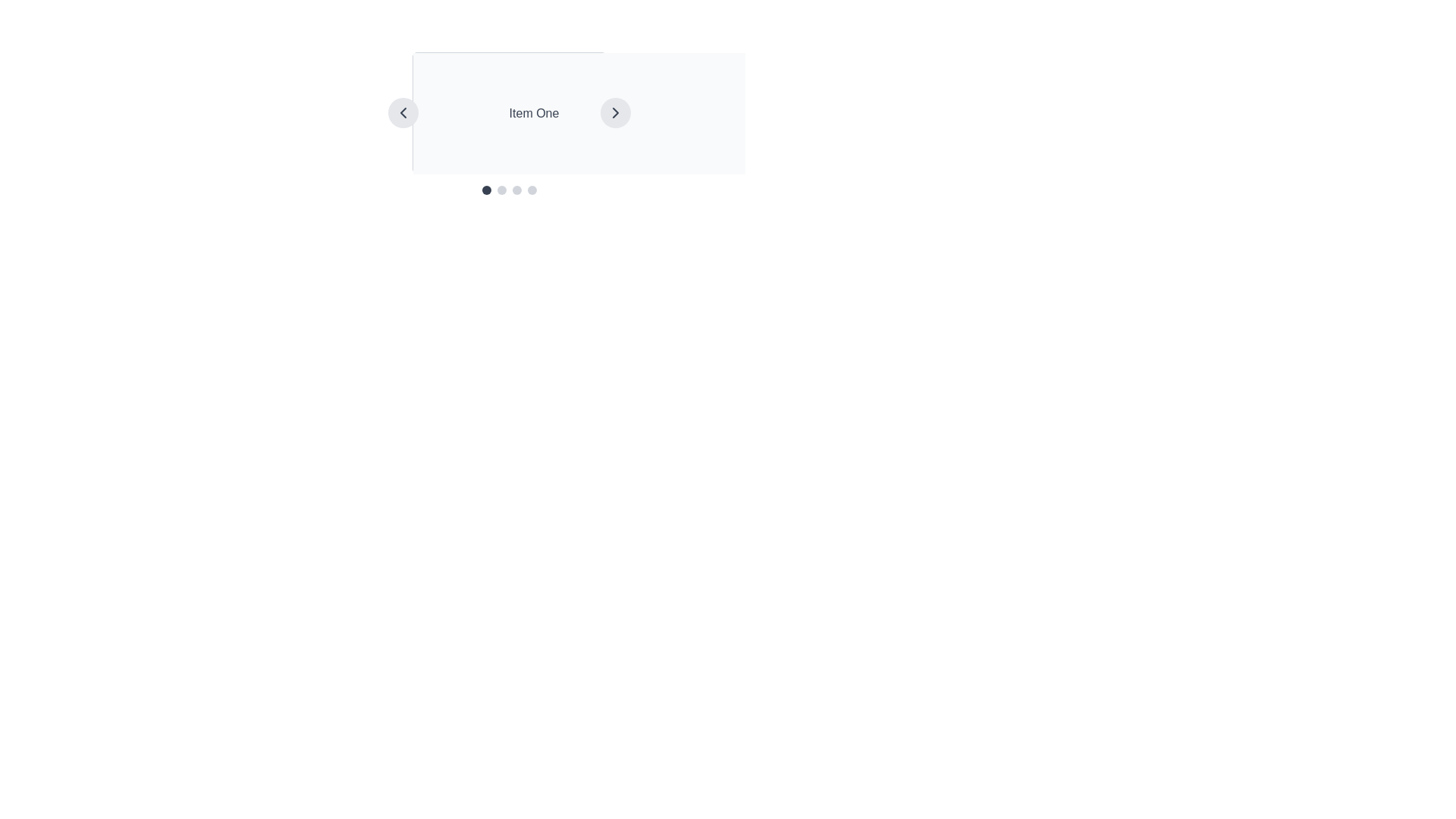  What do you see at coordinates (501, 189) in the screenshot?
I see `the second circular clickable step indicator located below the 'Item One' text in the multi-step navigation system` at bounding box center [501, 189].